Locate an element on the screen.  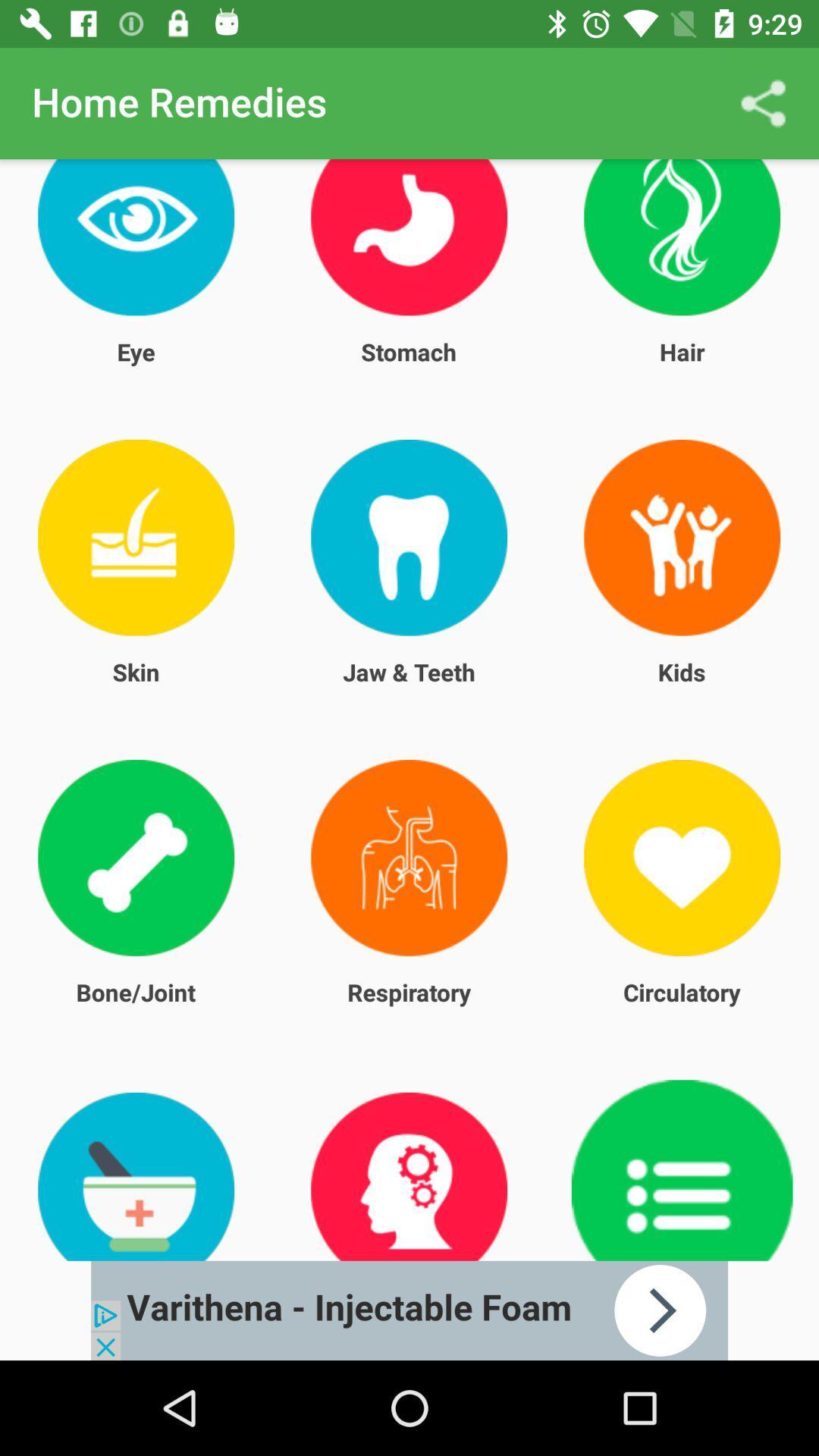
advertisement link banner is located at coordinates (409, 1310).